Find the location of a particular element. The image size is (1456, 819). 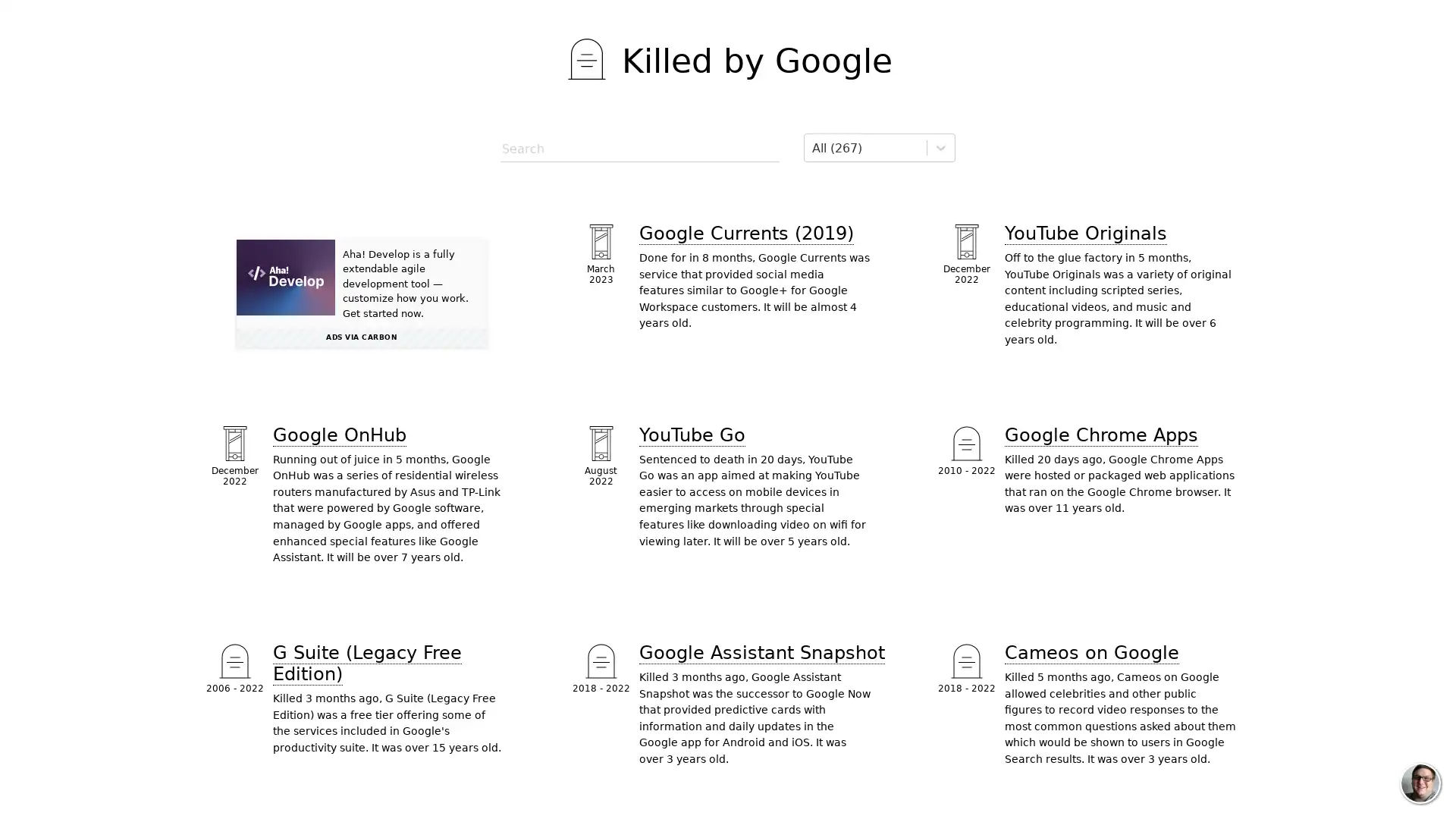

Cody Ogden Open Calling Card is located at coordinates (1419, 783).